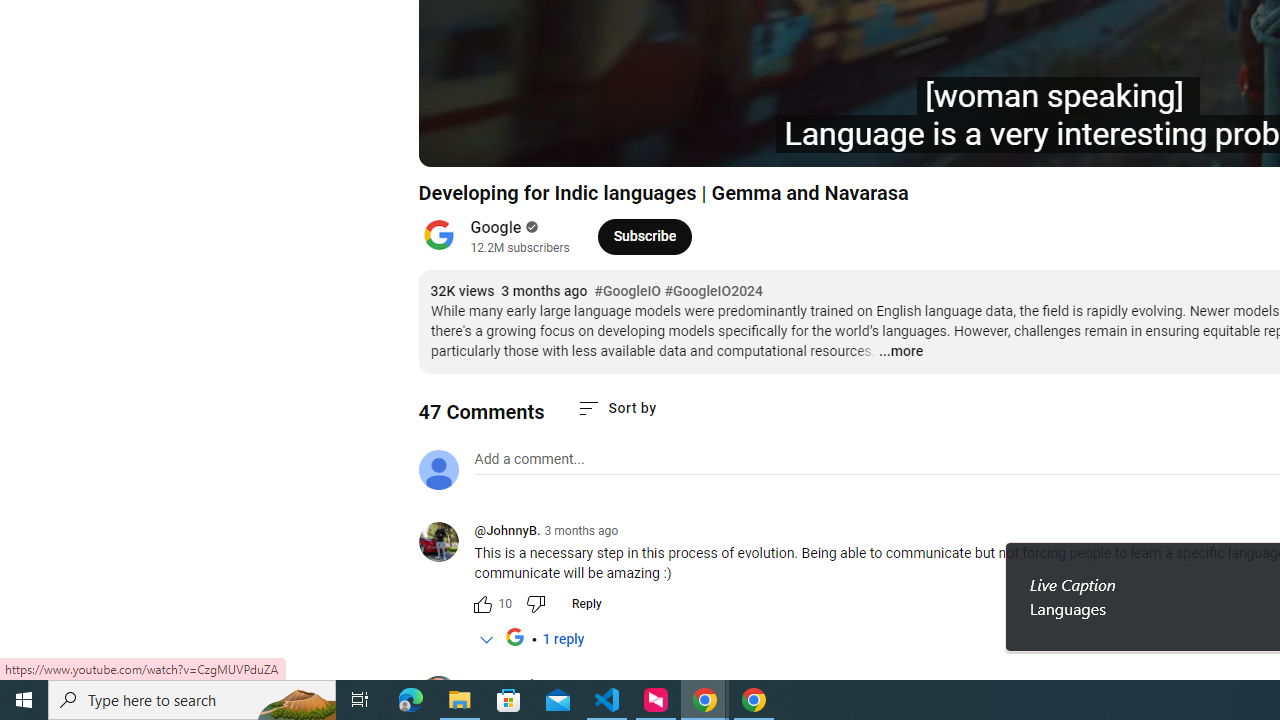 Image resolution: width=1280 pixels, height=720 pixels. What do you see at coordinates (507, 531) in the screenshot?
I see `'@JohnnyB.'` at bounding box center [507, 531].